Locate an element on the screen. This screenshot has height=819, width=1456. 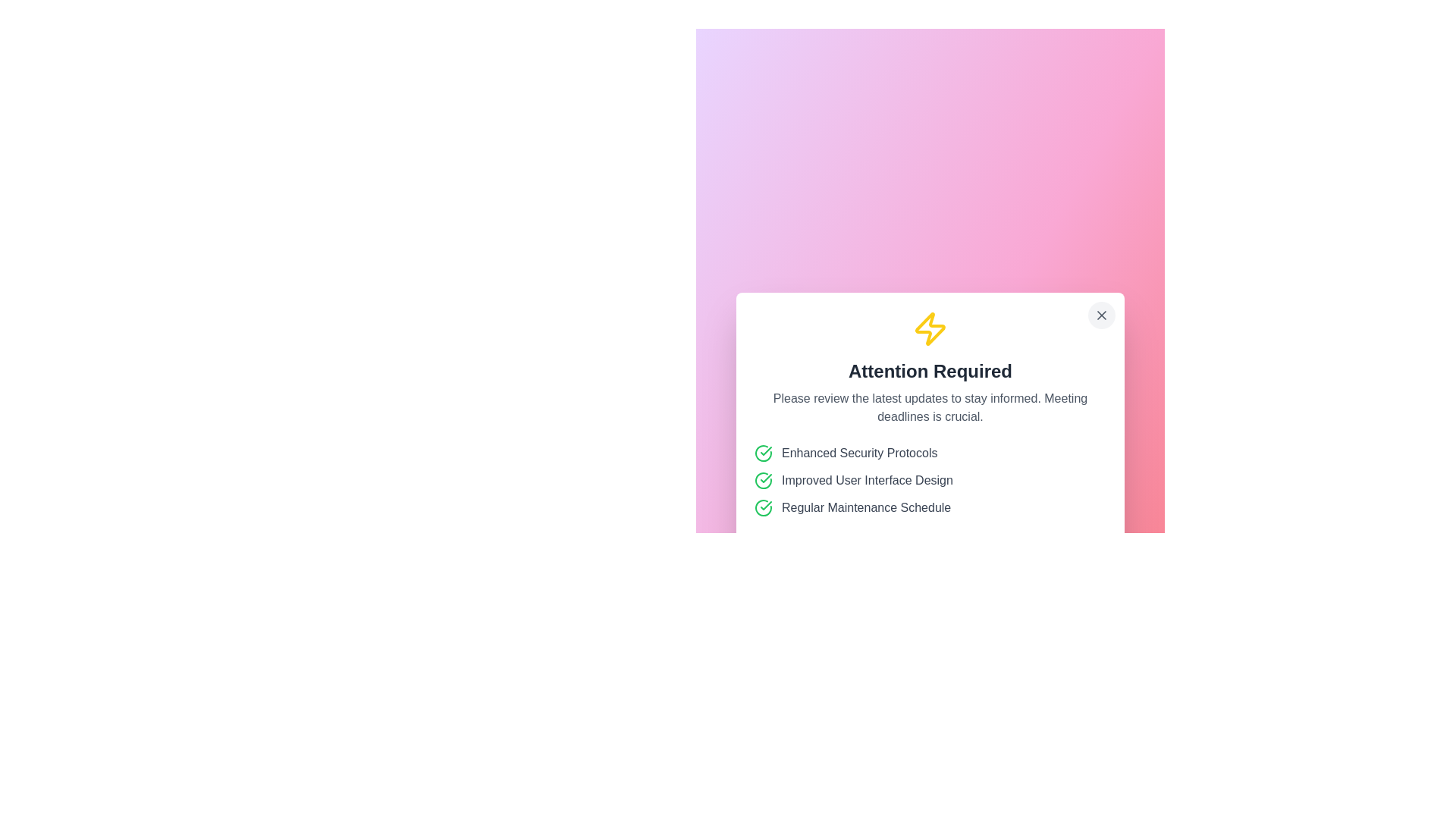
the dismiss button located at the bottom-right of the 'Attention Required' dialog to change its appearance is located at coordinates (1021, 550).